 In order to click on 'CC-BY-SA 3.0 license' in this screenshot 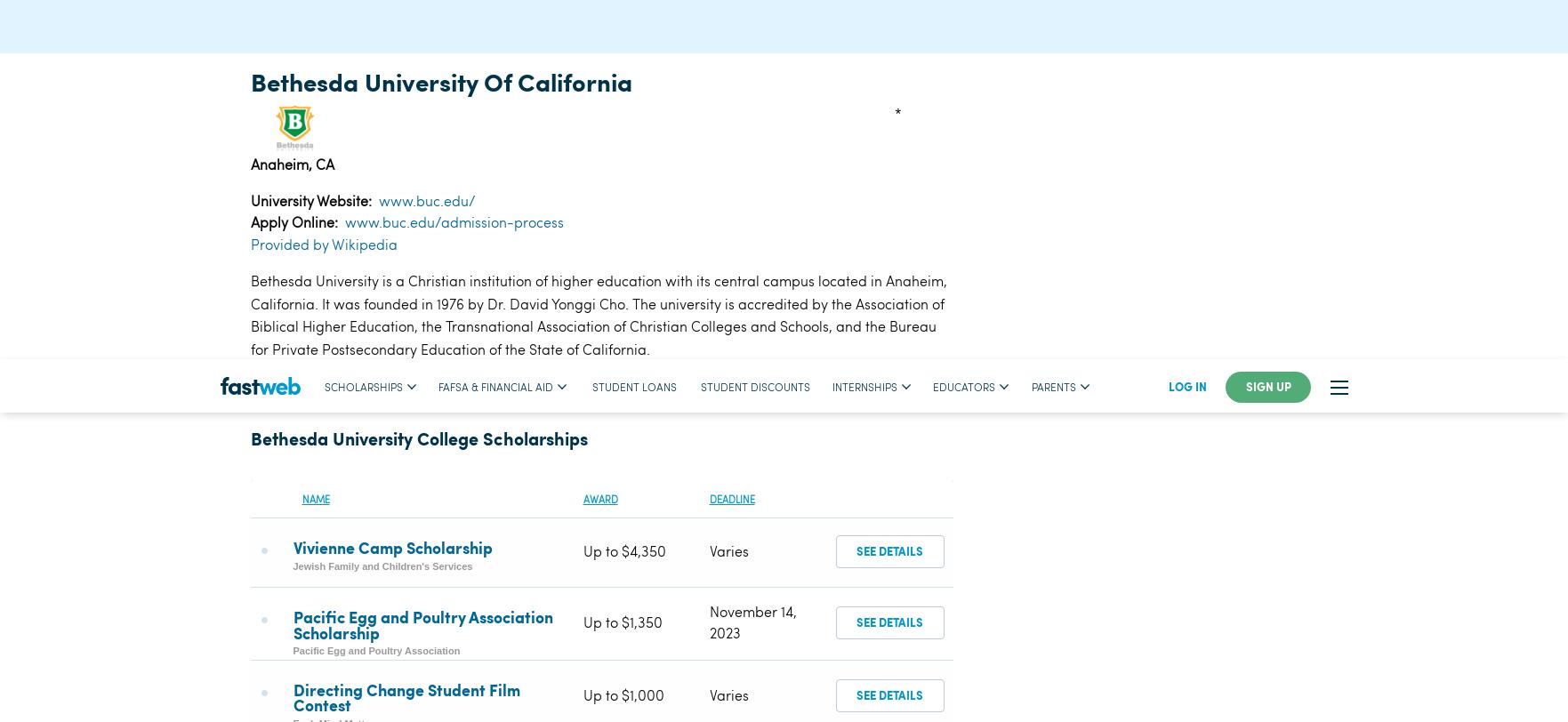, I will do `click(682, 26)`.